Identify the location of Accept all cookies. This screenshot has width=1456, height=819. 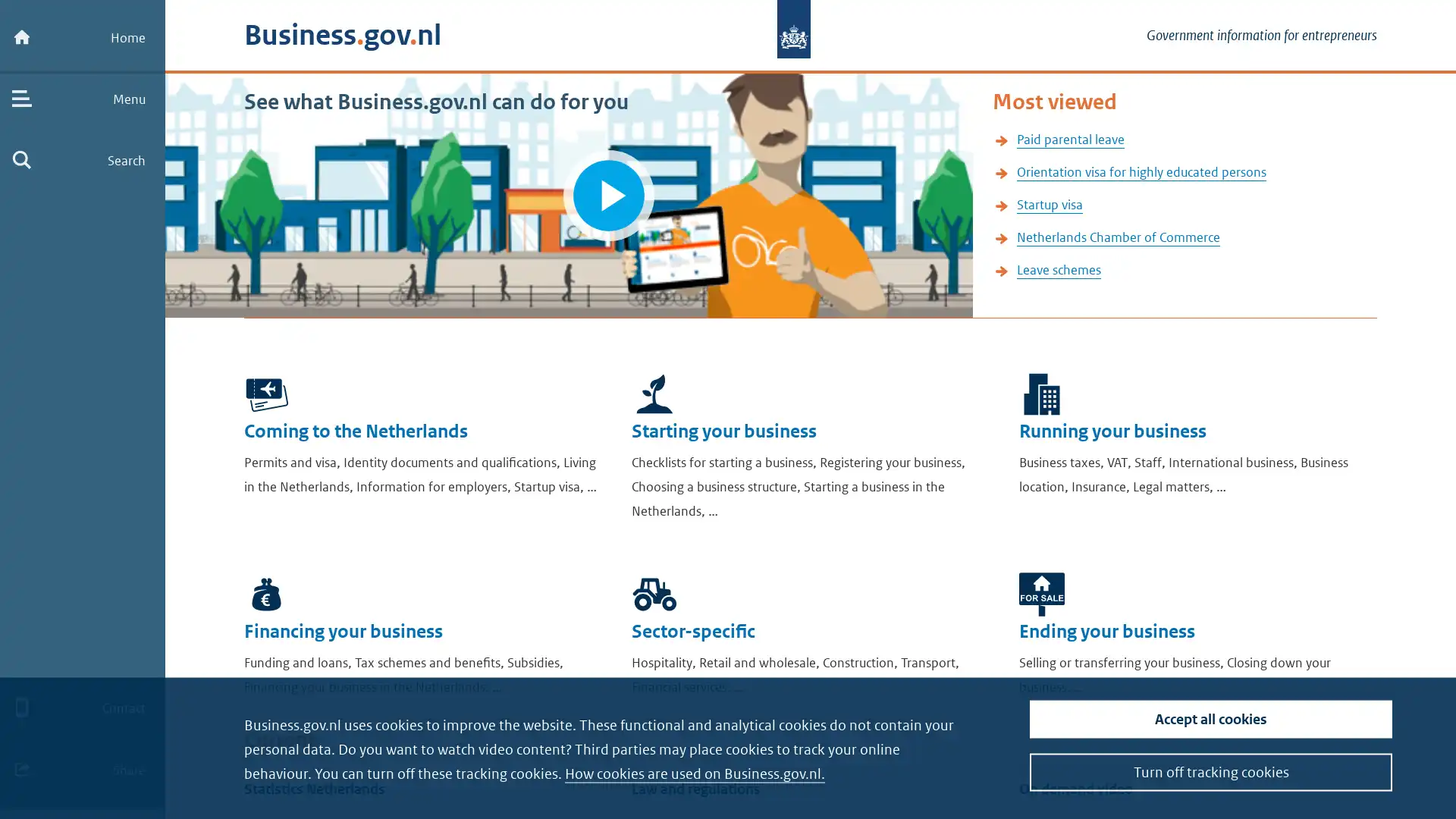
(1210, 716).